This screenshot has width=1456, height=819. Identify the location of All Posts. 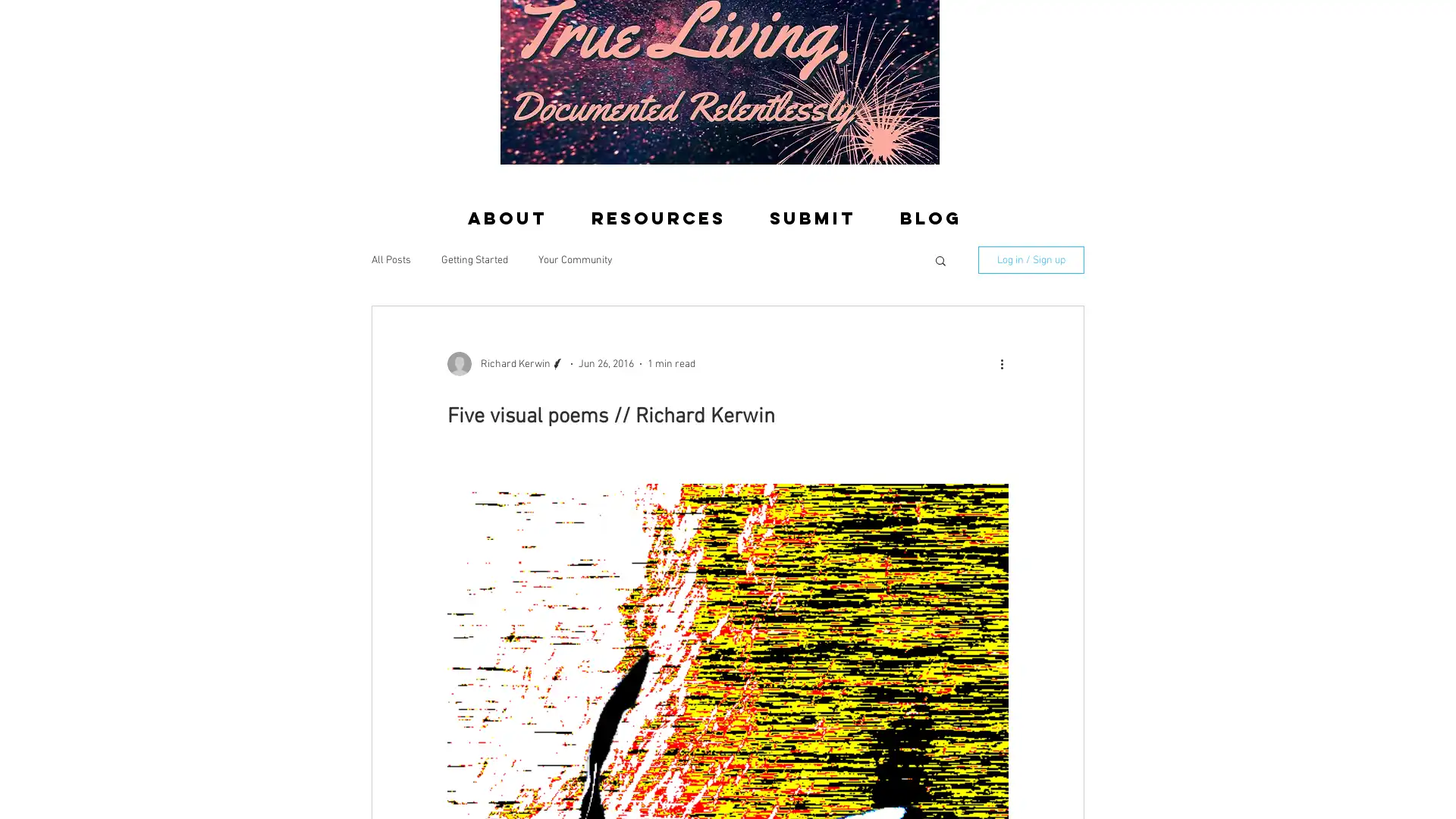
(391, 259).